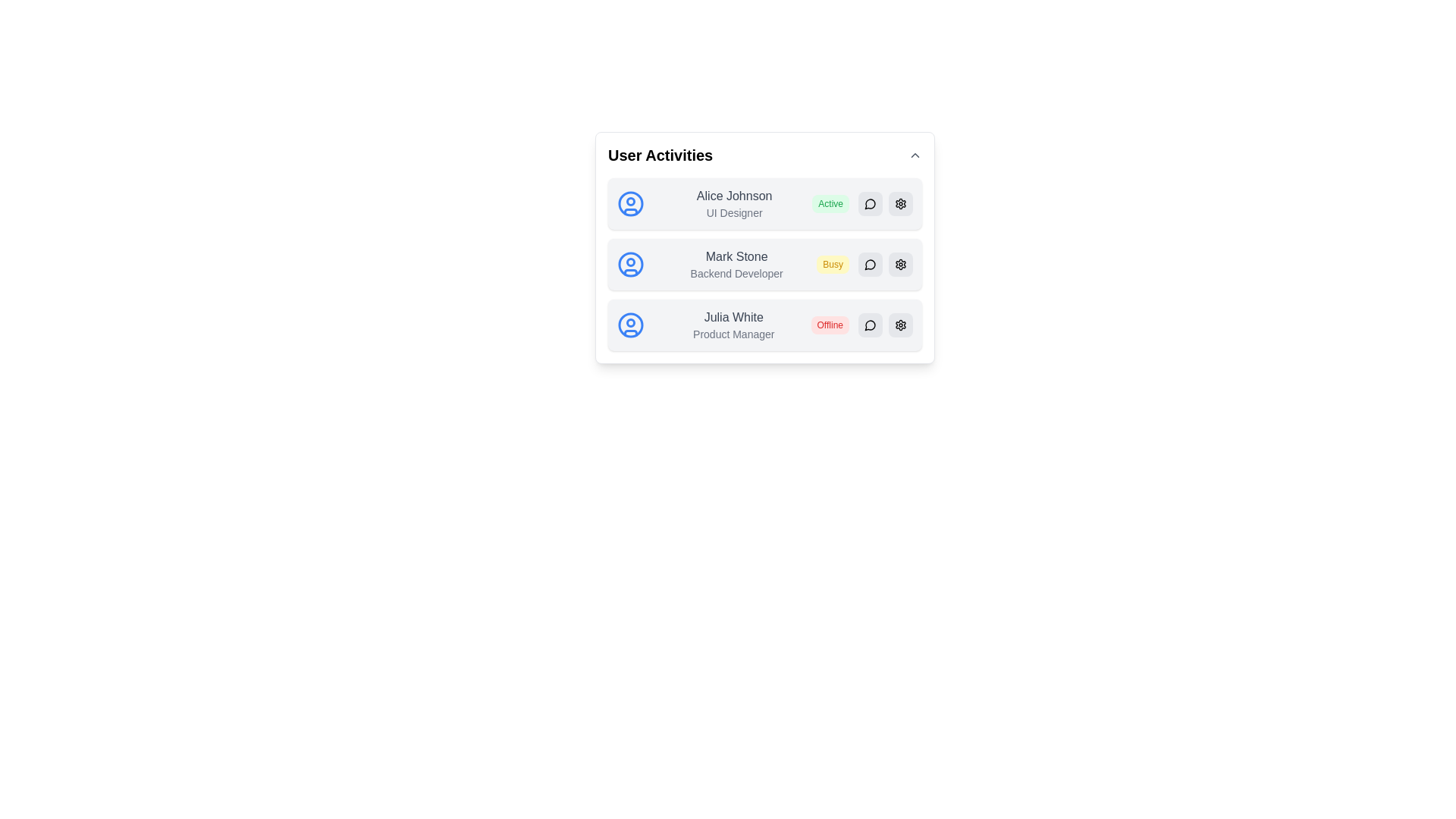  I want to click on the 'UI Designer' text label, which is styled in gray and positioned below the 'Alice Johnson' label within the user activity card, so click(734, 213).